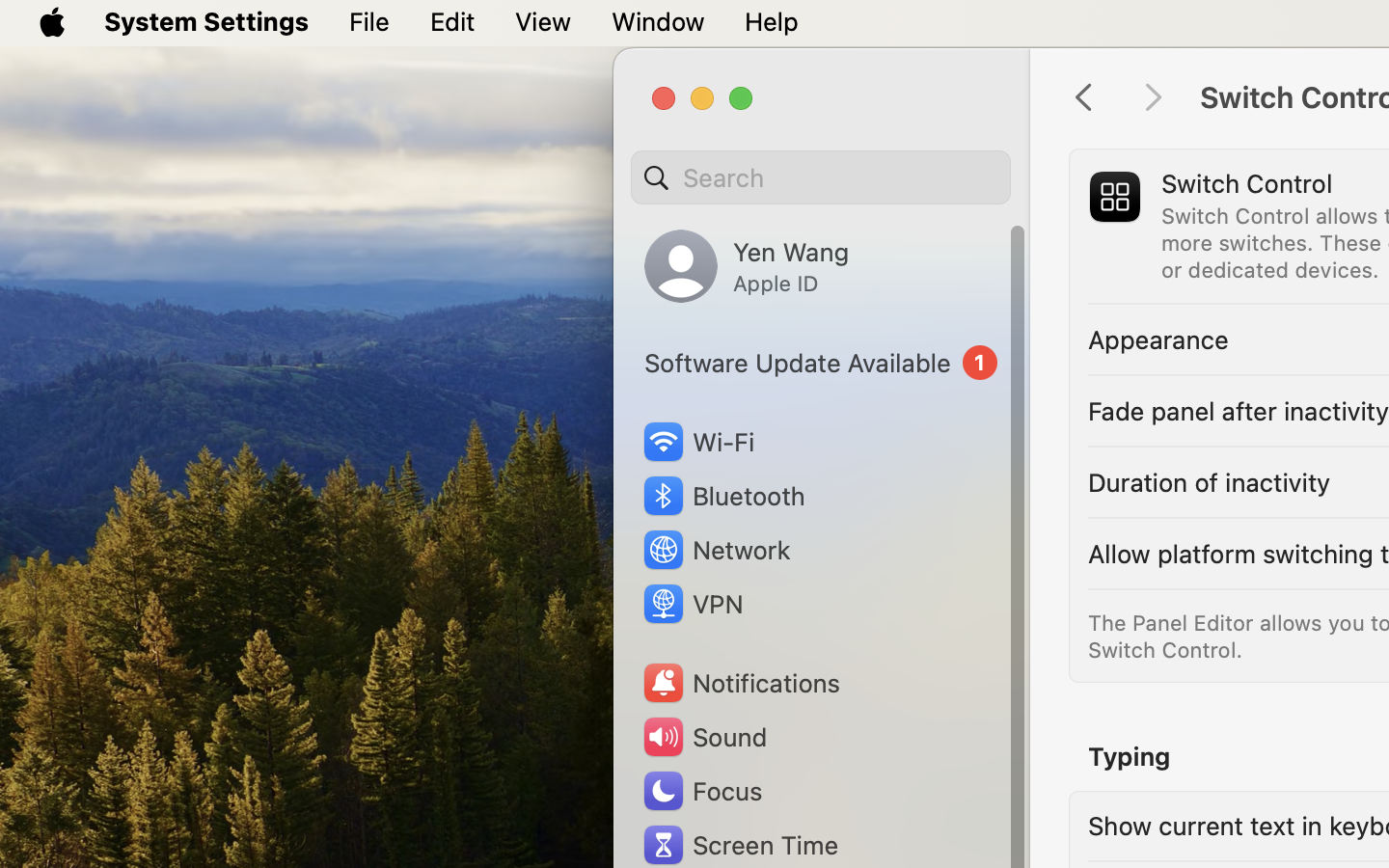 The height and width of the screenshot is (868, 1389). What do you see at coordinates (691, 604) in the screenshot?
I see `'VPN'` at bounding box center [691, 604].